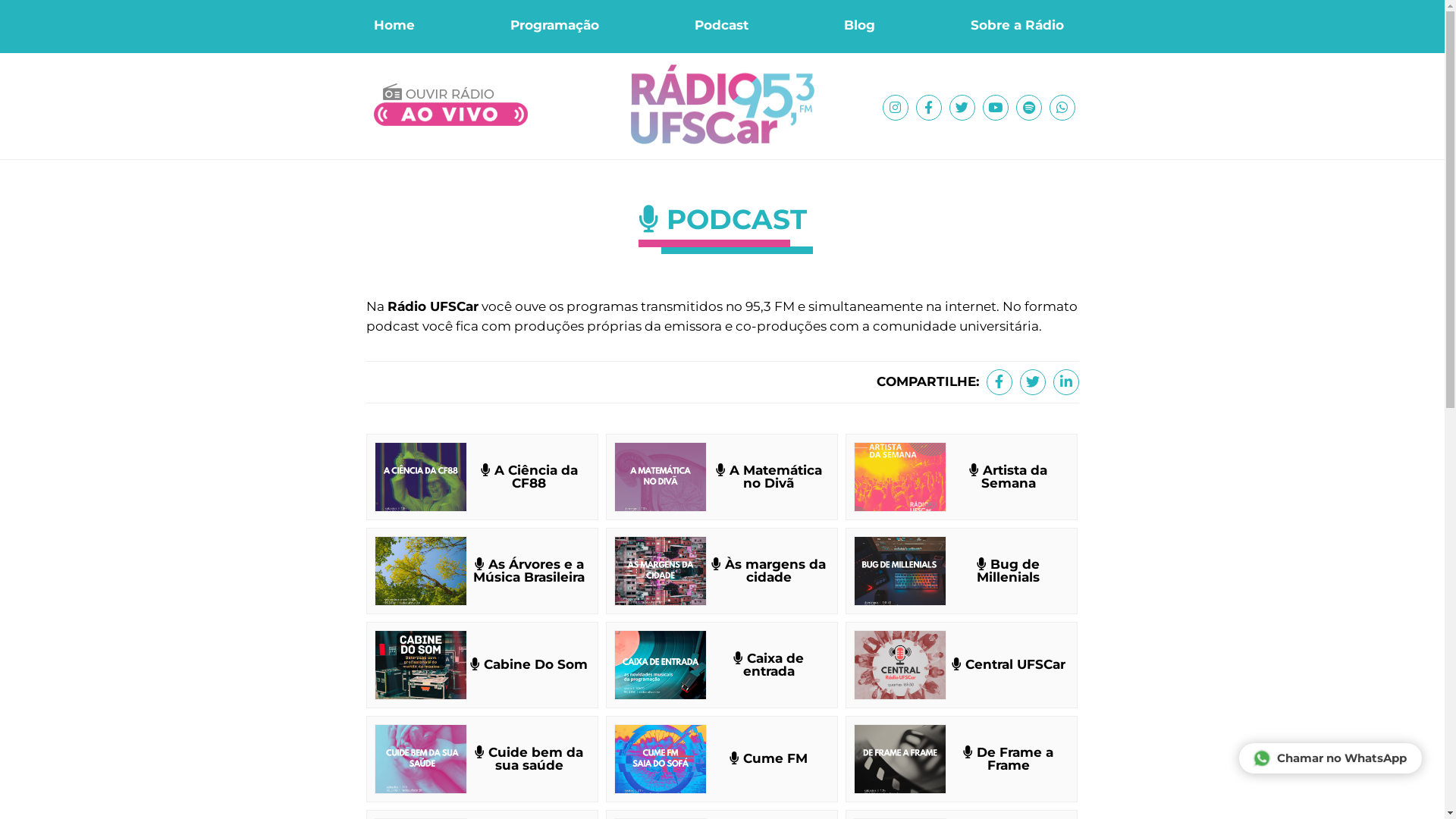 The image size is (1456, 819). What do you see at coordinates (858, 25) in the screenshot?
I see `'Blog'` at bounding box center [858, 25].